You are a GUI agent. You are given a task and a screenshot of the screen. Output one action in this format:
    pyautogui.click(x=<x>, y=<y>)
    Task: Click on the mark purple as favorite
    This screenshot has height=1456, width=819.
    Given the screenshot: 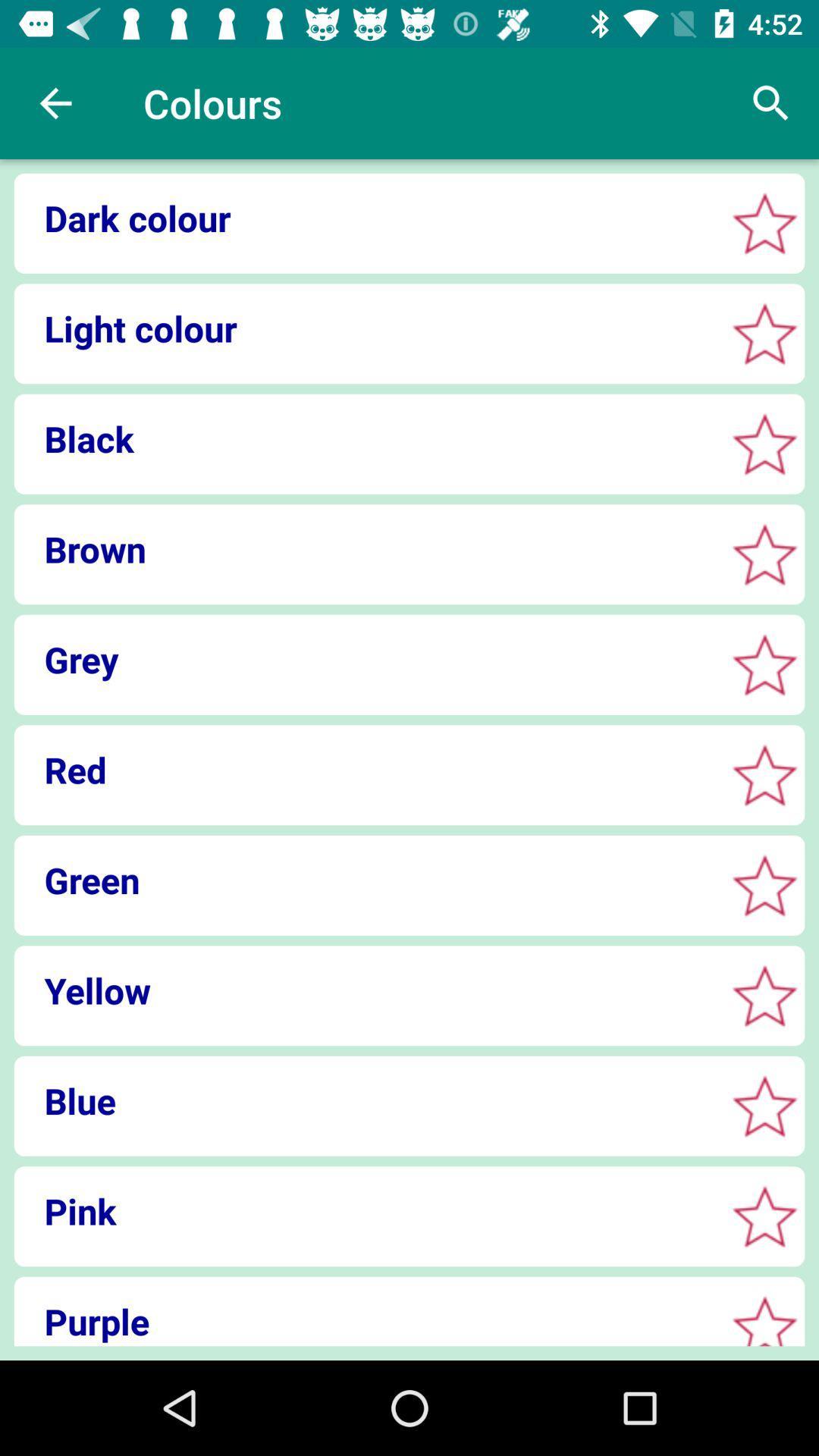 What is the action you would take?
    pyautogui.click(x=764, y=1323)
    